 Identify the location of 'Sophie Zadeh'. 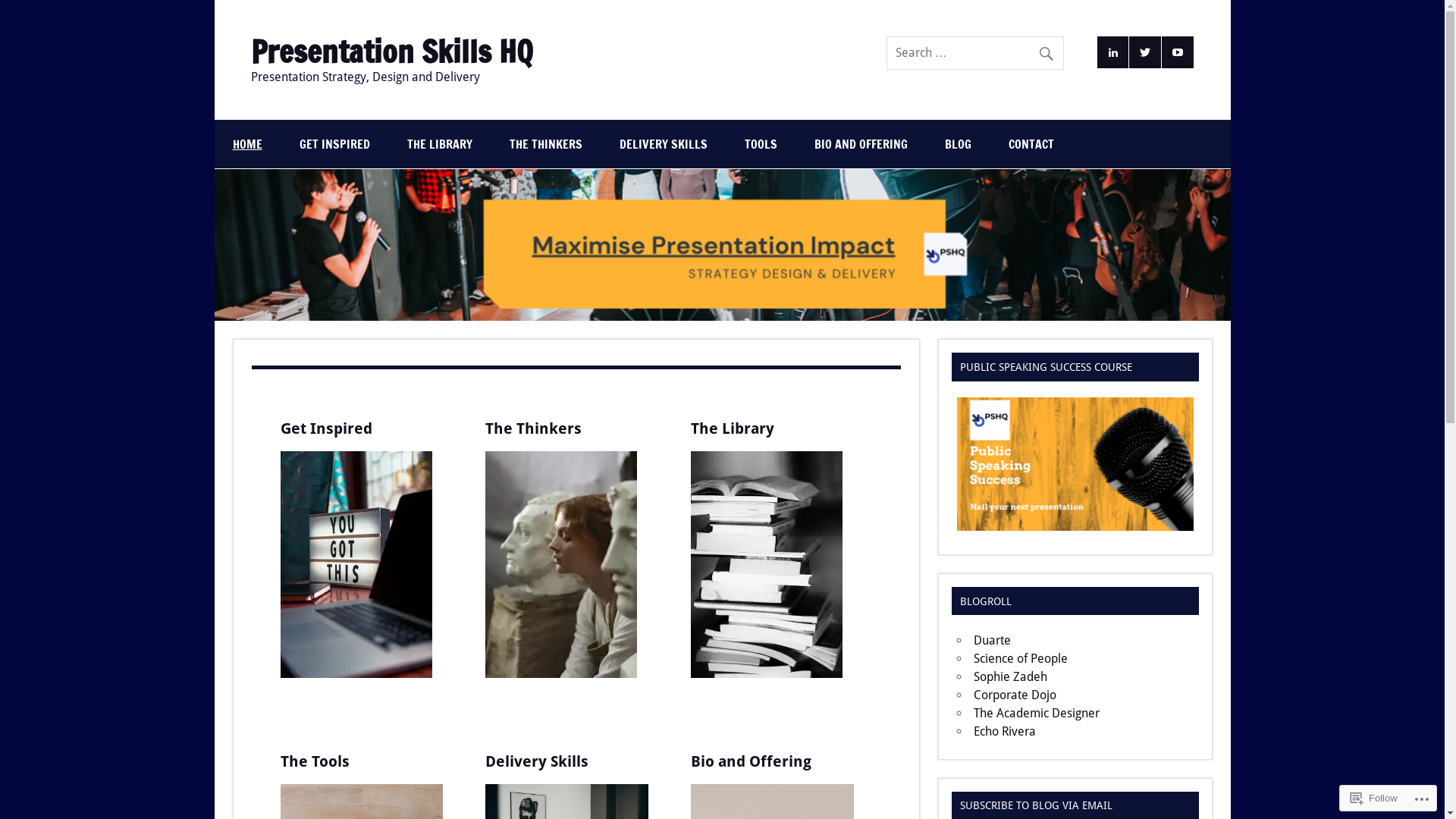
(1010, 676).